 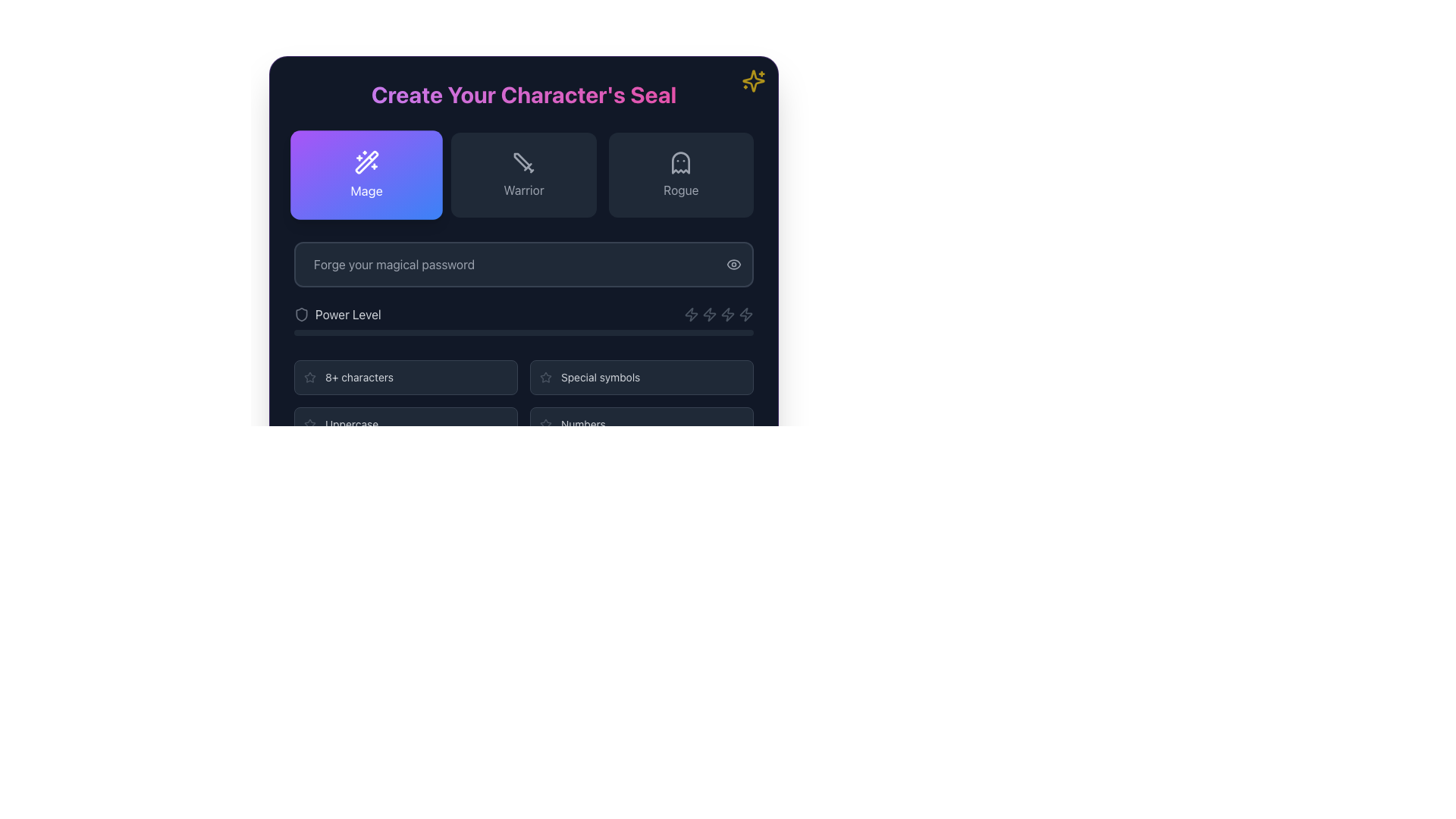 What do you see at coordinates (522, 161) in the screenshot?
I see `the graphical decoration of the sword icon representing the 'Warrior' button to trigger interaction effects` at bounding box center [522, 161].